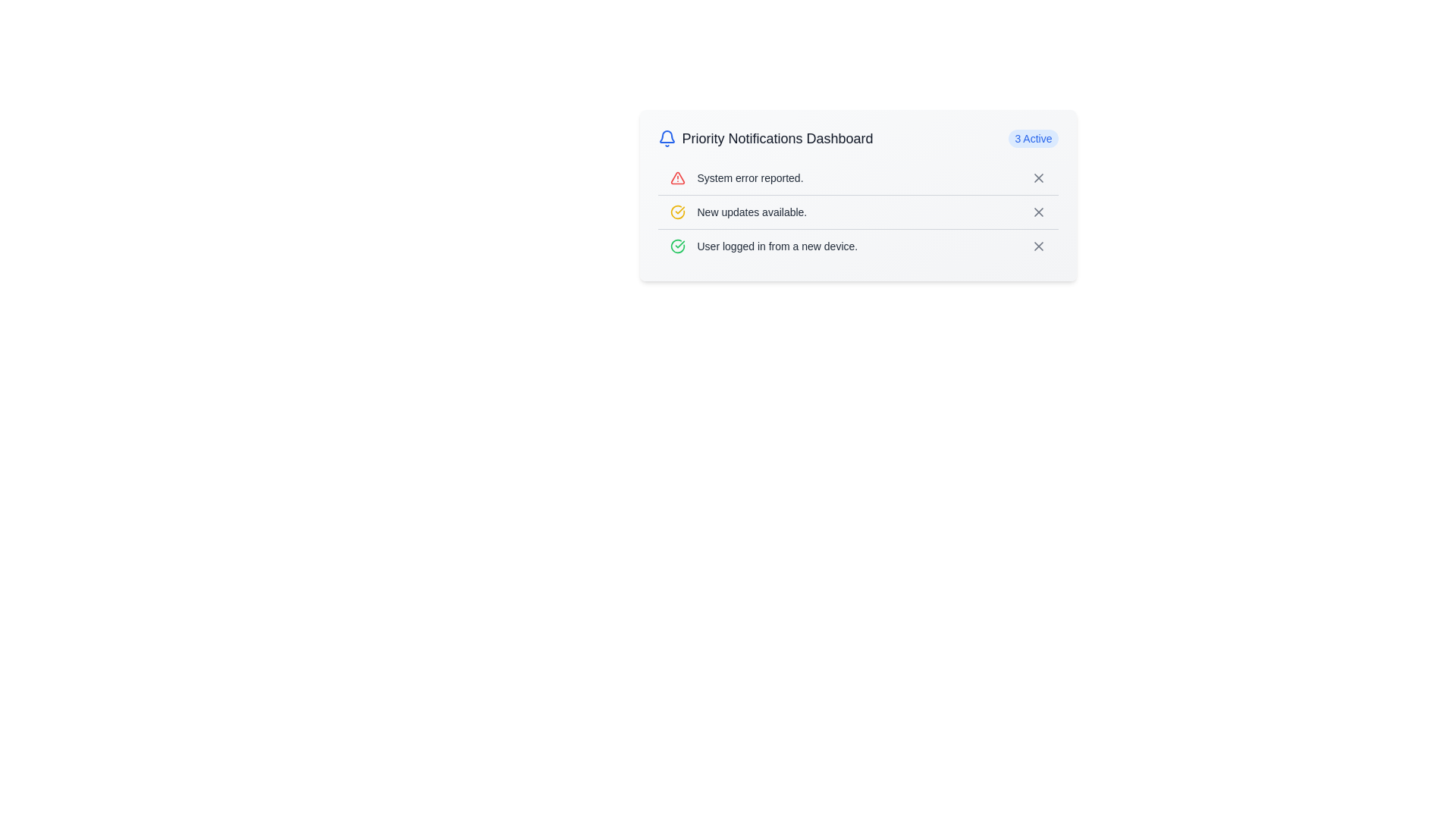  What do you see at coordinates (736, 177) in the screenshot?
I see `the Notification item that displays the warning icon and the text 'System error reported.' in gray font, located in the Priority Notifications Dashboard` at bounding box center [736, 177].